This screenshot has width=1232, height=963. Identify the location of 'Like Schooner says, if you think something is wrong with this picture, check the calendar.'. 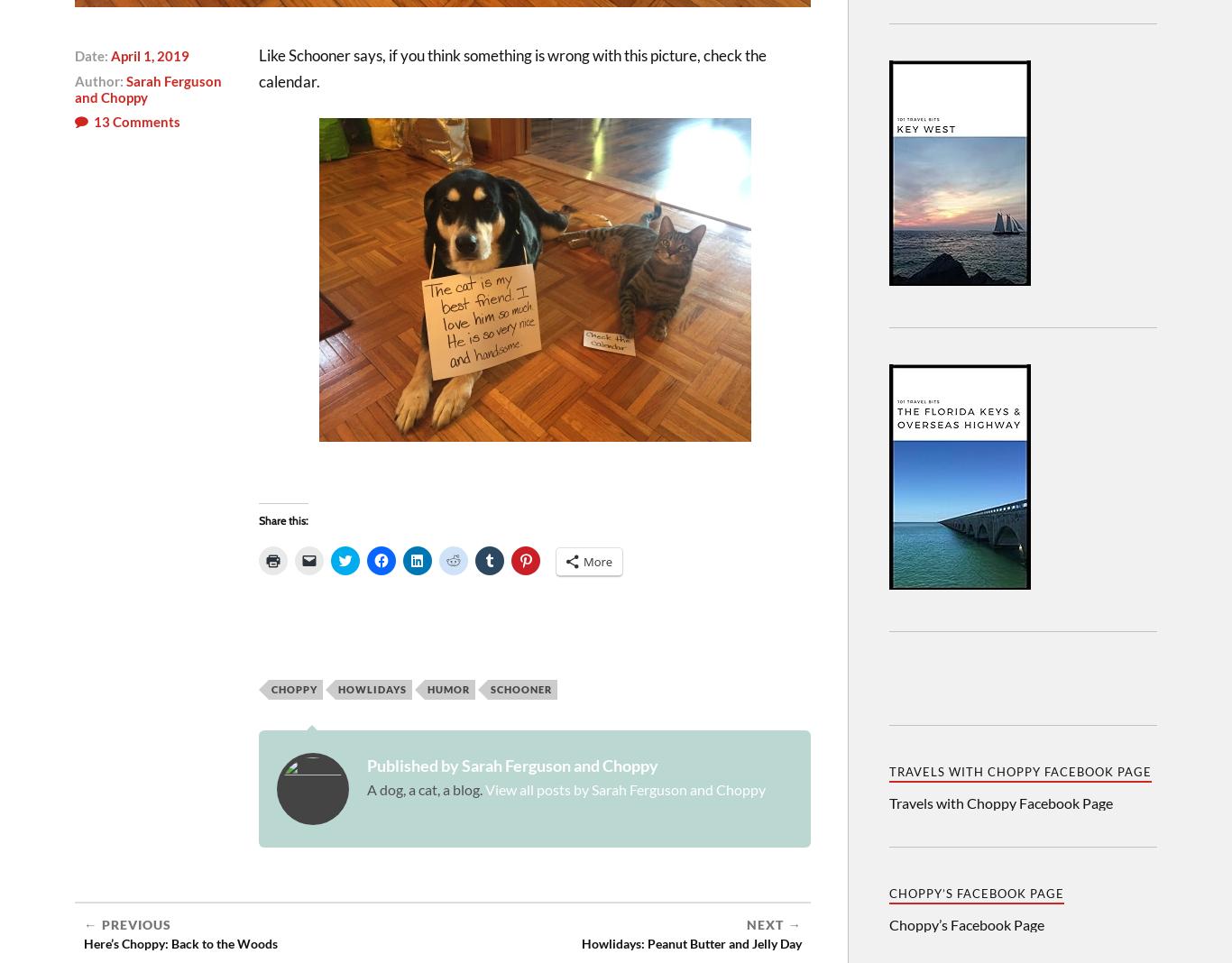
(512, 66).